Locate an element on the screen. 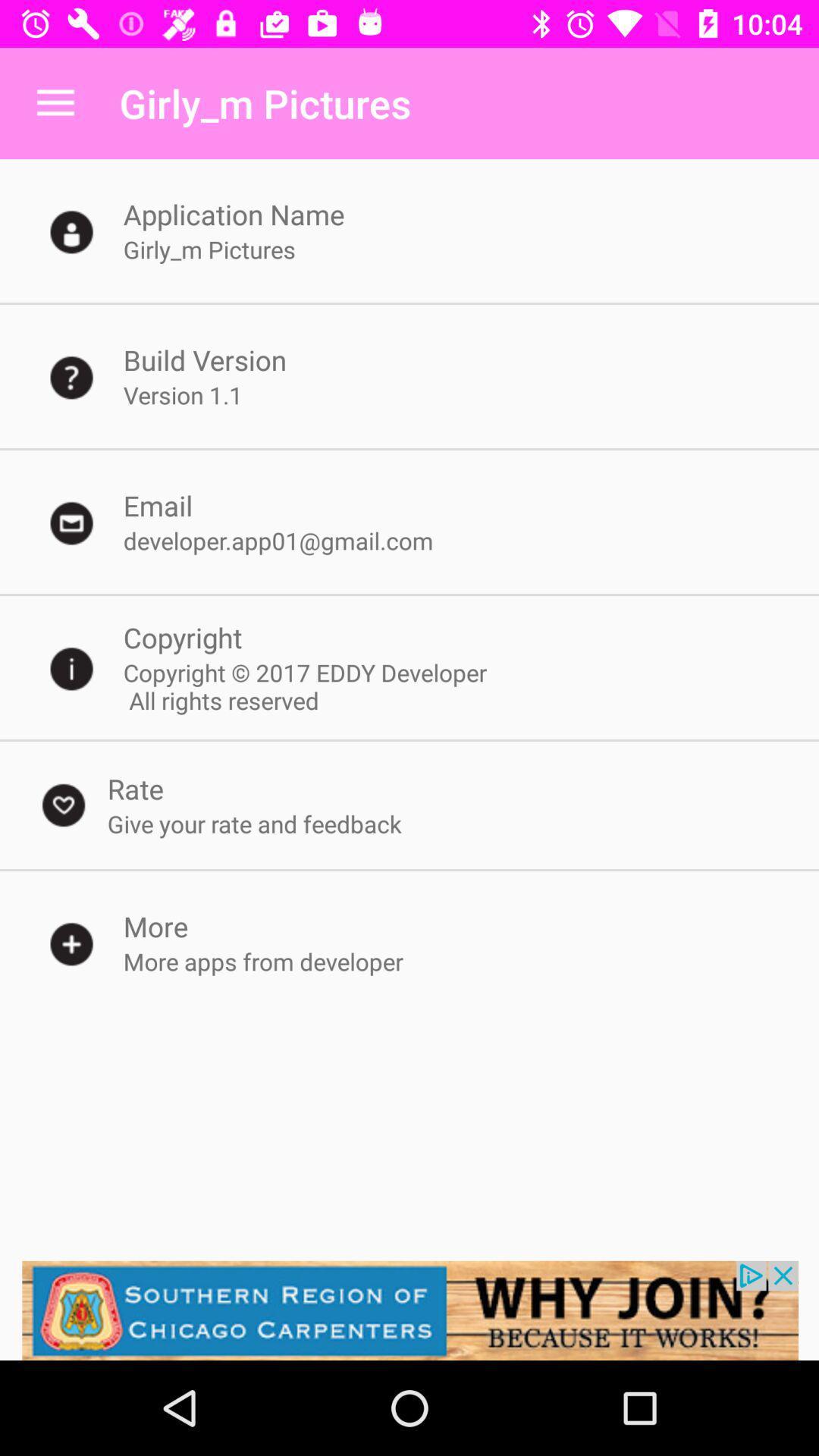 This screenshot has height=1456, width=819. advertisements website is located at coordinates (409, 1310).